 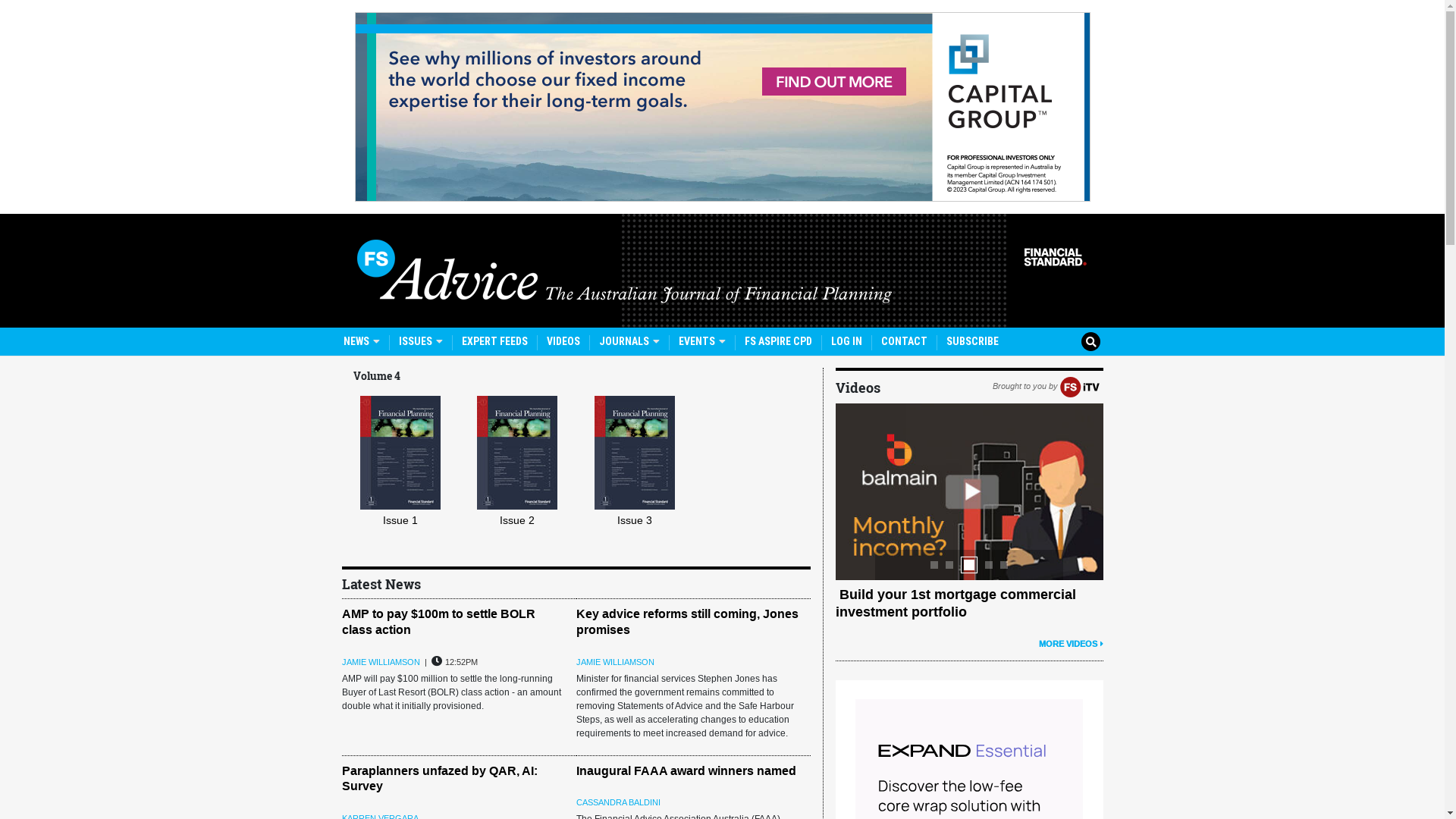 What do you see at coordinates (598, 341) in the screenshot?
I see `'JOURNALS'` at bounding box center [598, 341].